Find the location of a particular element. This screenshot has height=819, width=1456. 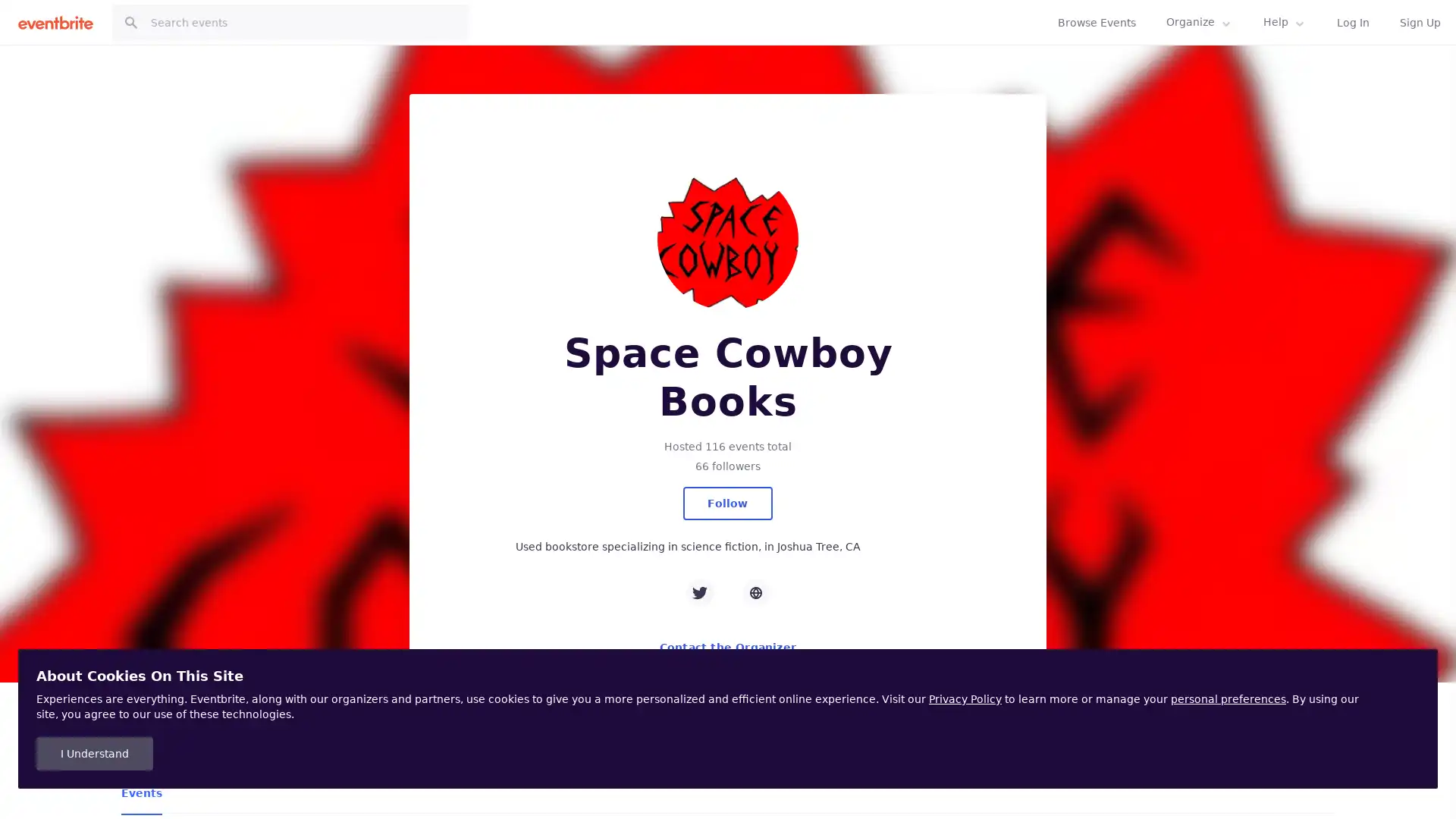

Contact the Organizer is located at coordinates (726, 647).